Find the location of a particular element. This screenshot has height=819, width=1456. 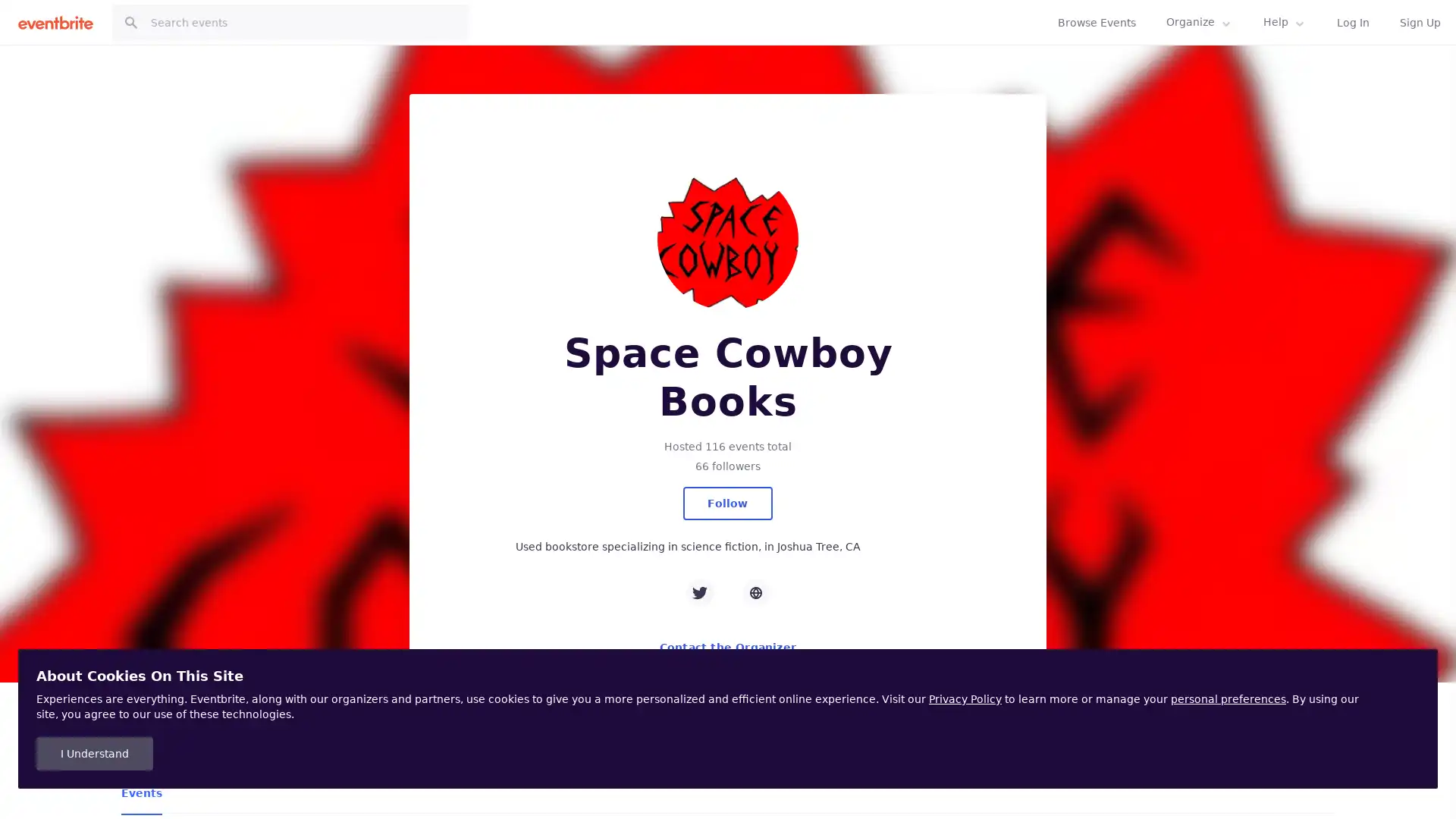

Contact the Organizer is located at coordinates (726, 647).